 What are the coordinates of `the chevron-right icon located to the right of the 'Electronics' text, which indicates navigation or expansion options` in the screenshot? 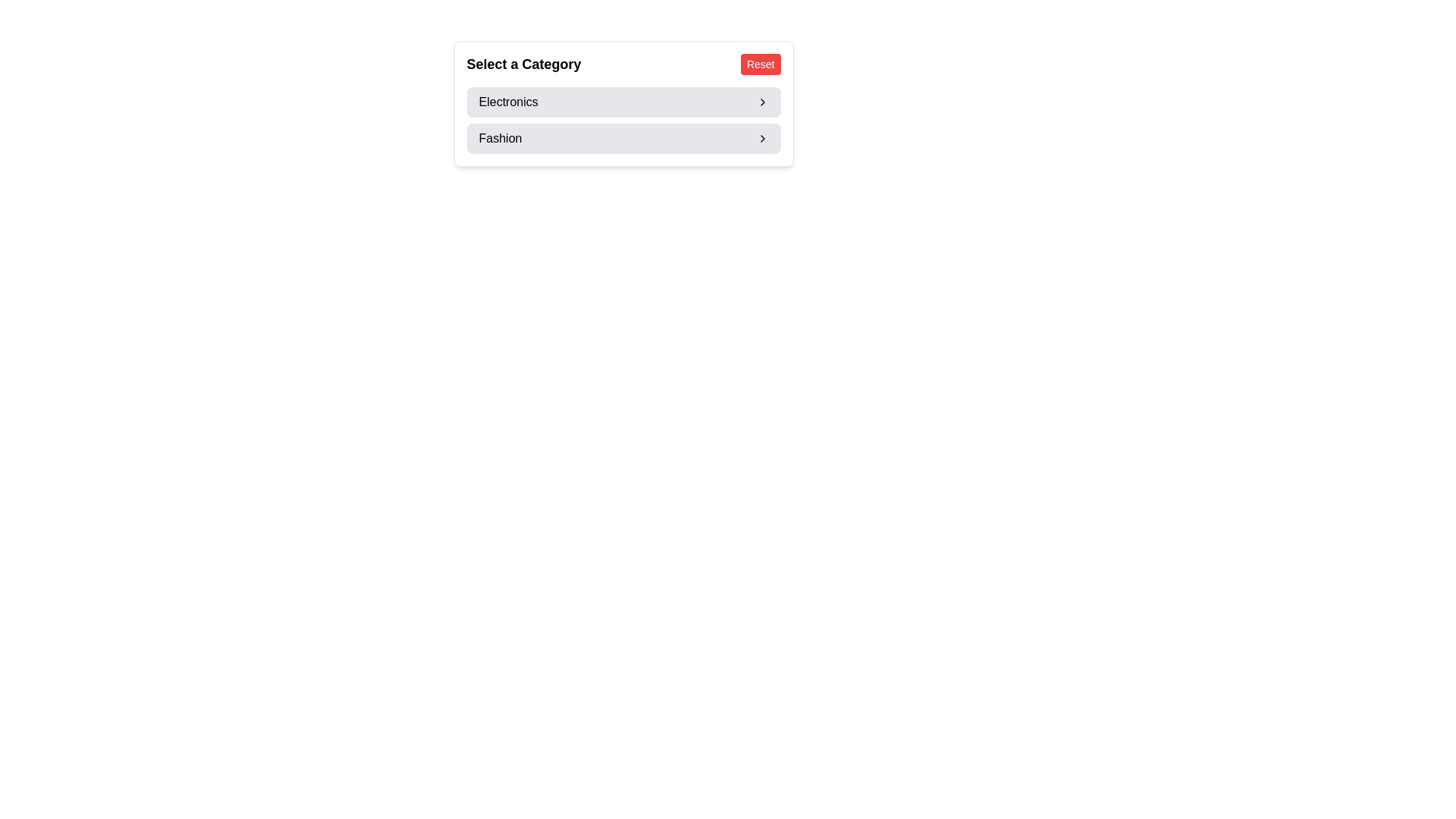 It's located at (762, 102).